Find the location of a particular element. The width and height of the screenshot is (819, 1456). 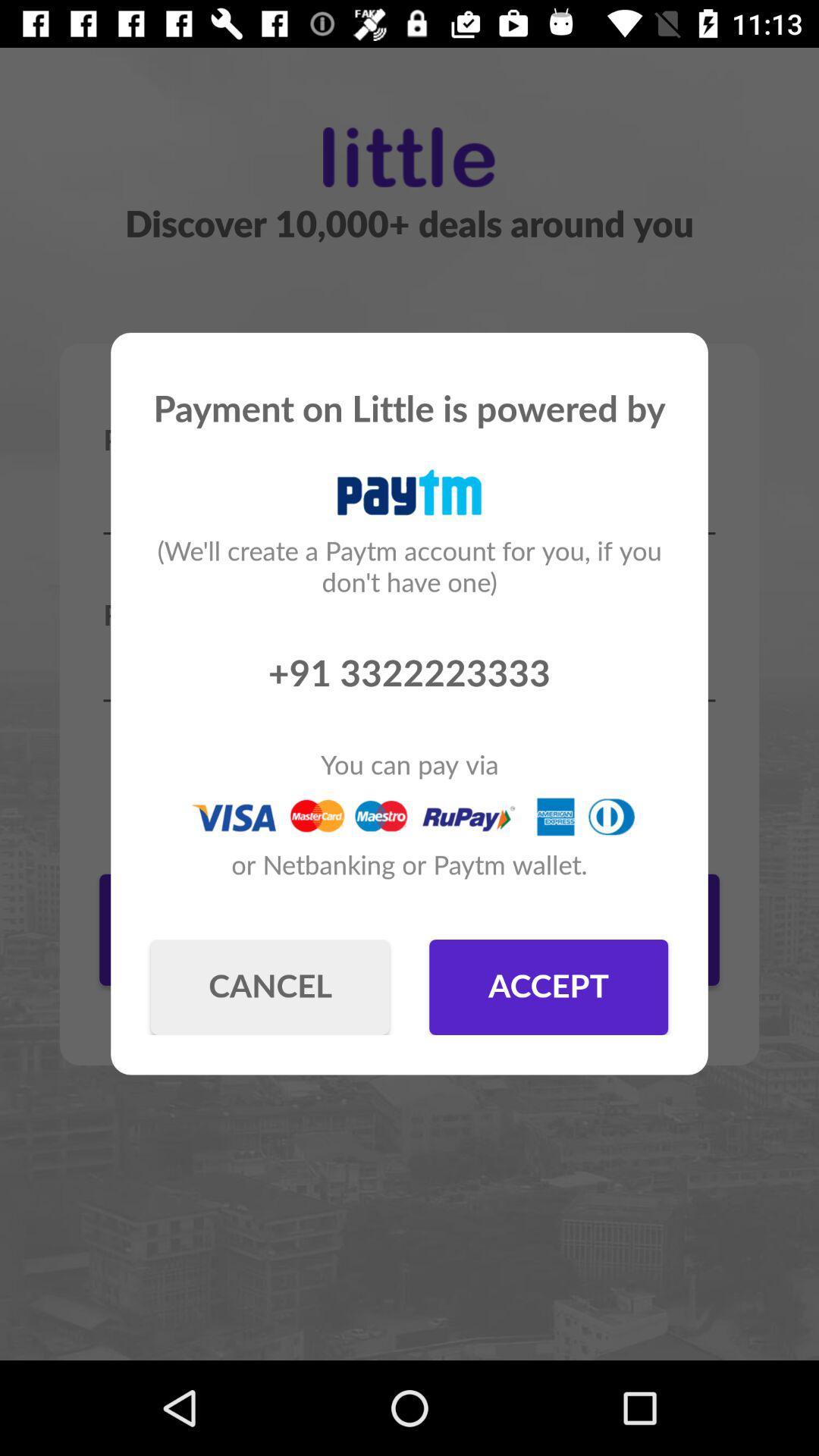

the button to the right of the cancel is located at coordinates (548, 987).